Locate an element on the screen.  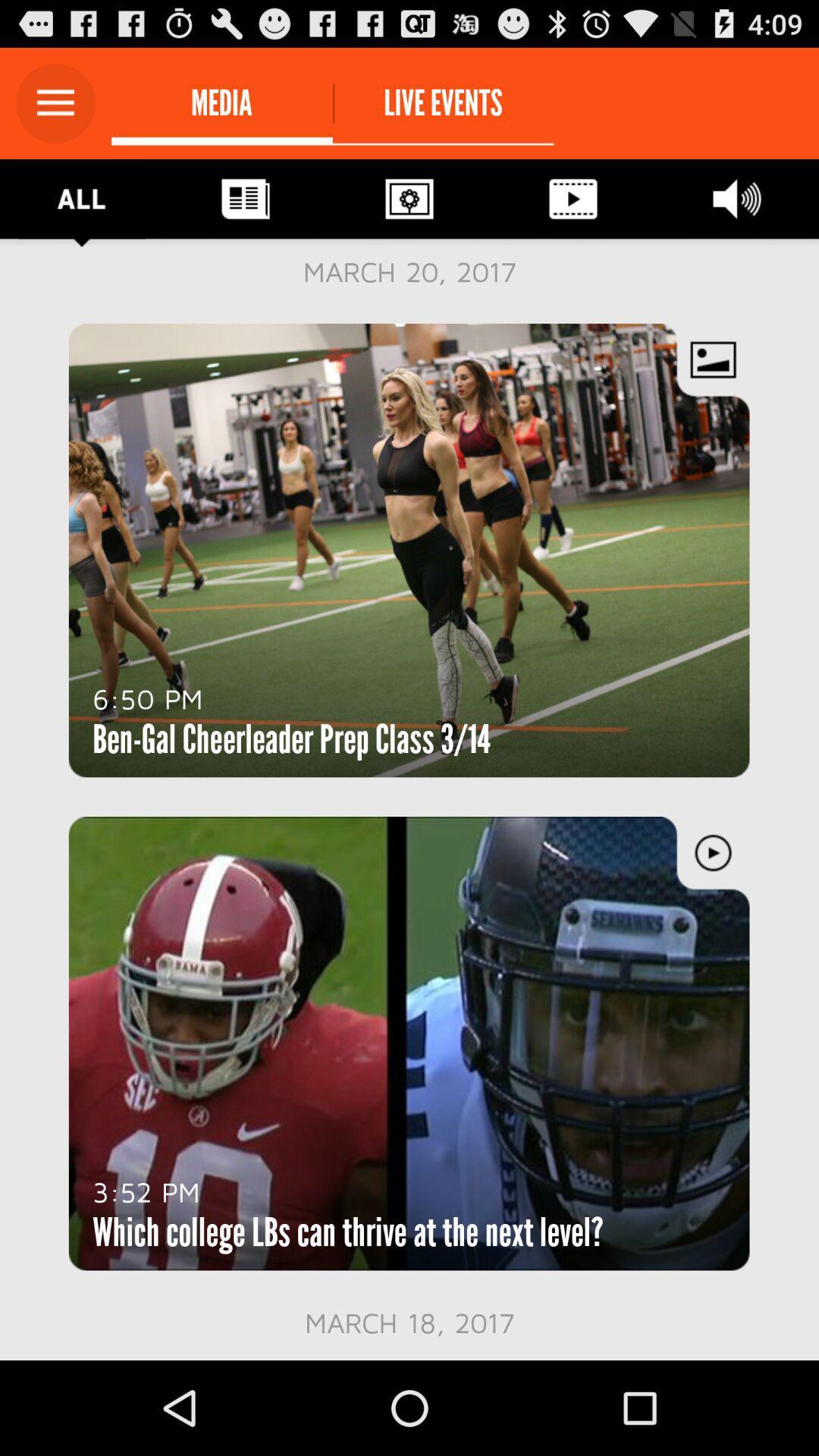
item below the march 20, 2017 is located at coordinates (148, 698).